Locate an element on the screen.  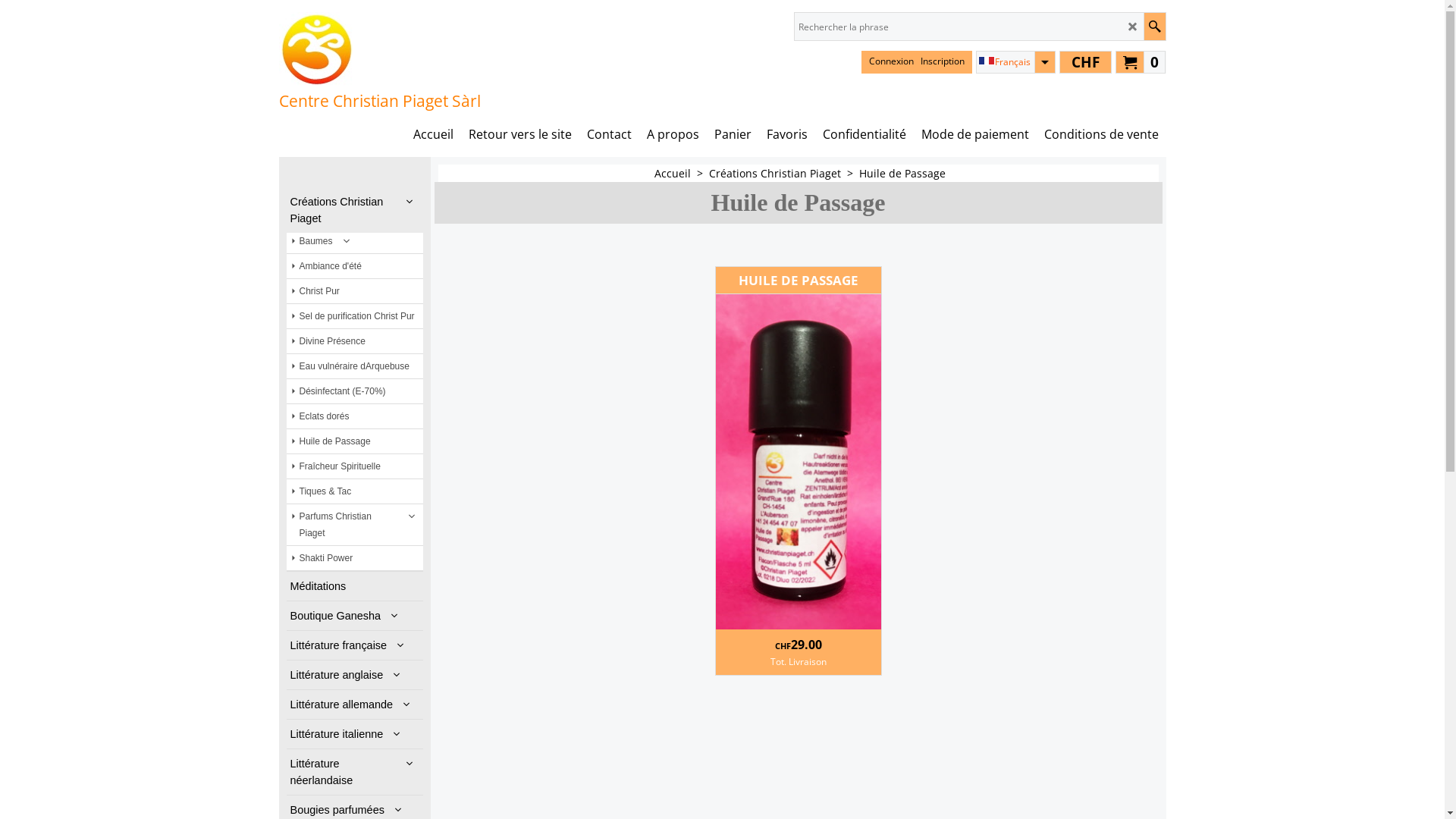
'Conditions de vente' is located at coordinates (1100, 133).